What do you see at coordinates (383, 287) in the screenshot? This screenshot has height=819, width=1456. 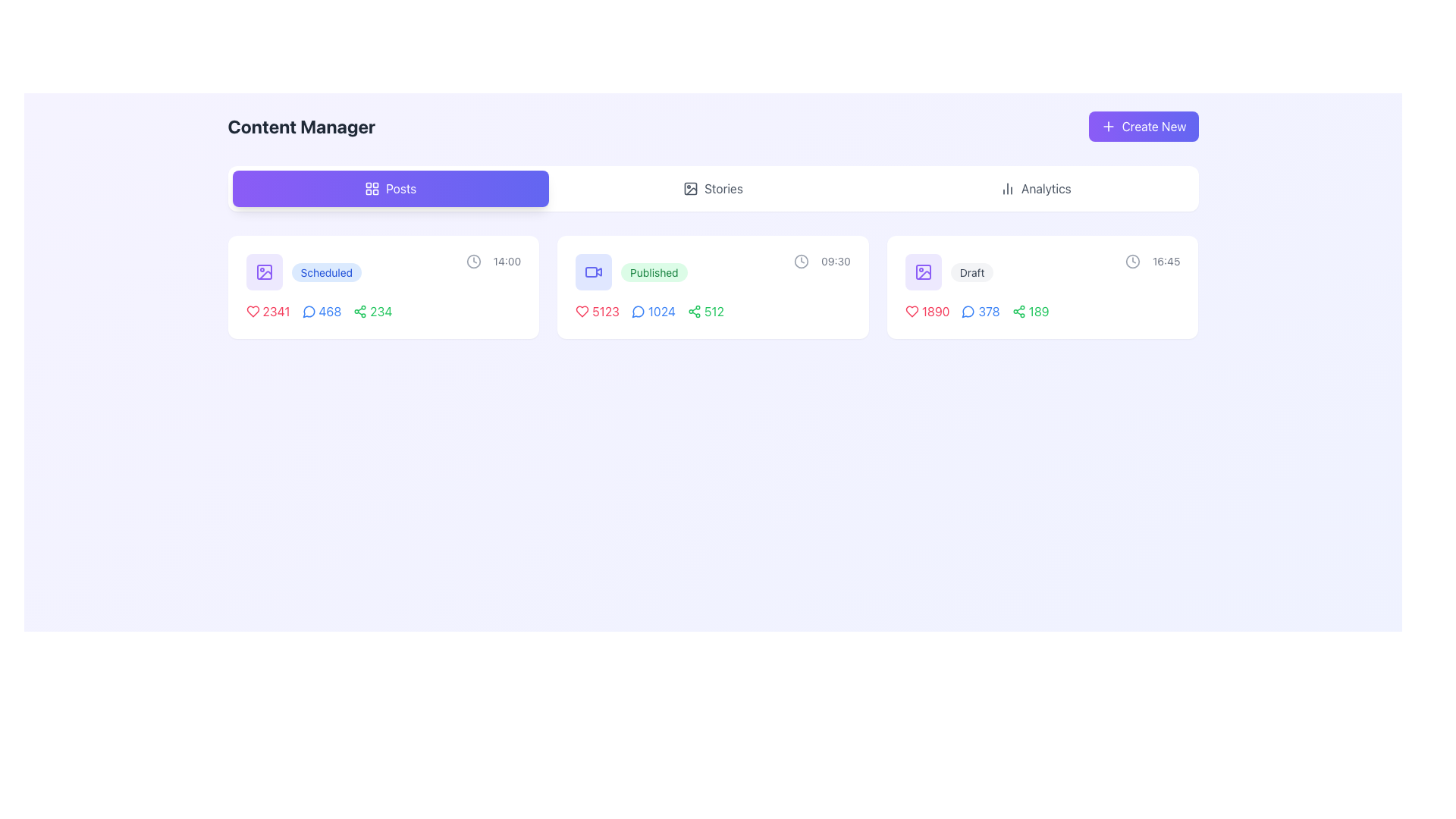 I see `the Information Card, which is the first card in the grid structure showing scheduled post details` at bounding box center [383, 287].